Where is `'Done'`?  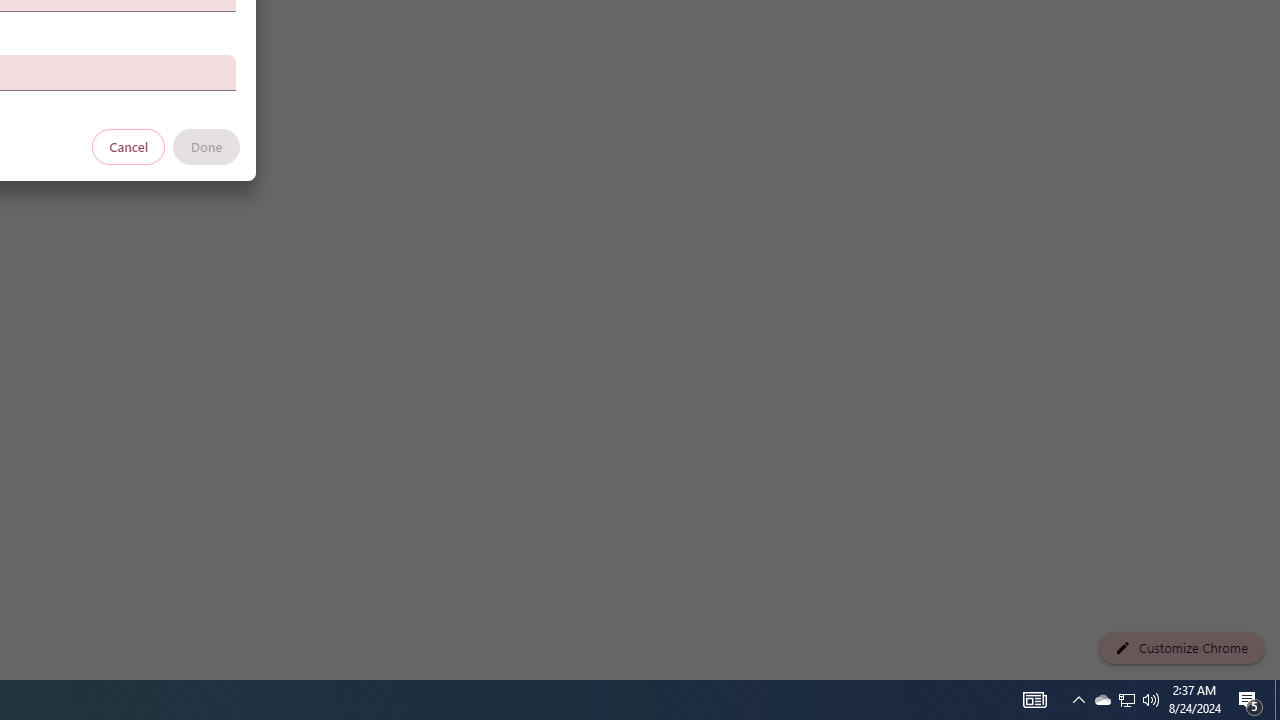
'Done' is located at coordinates (206, 145).